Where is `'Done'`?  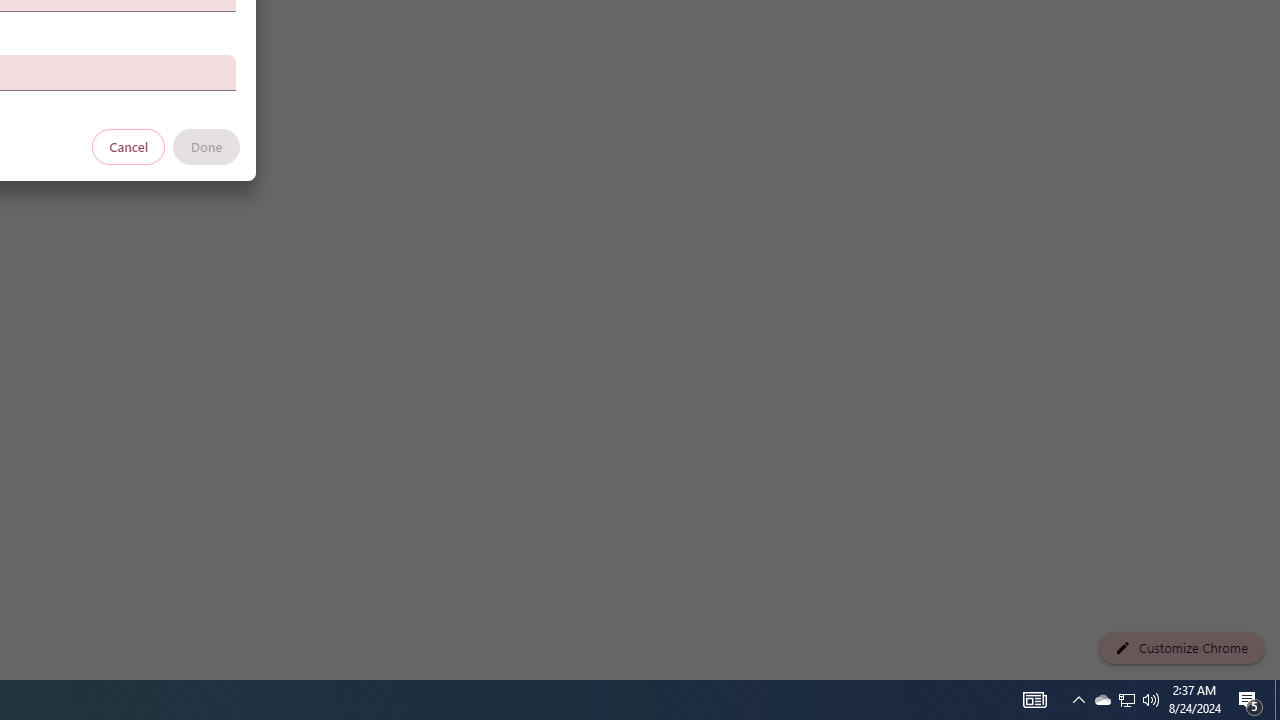
'Done' is located at coordinates (206, 145).